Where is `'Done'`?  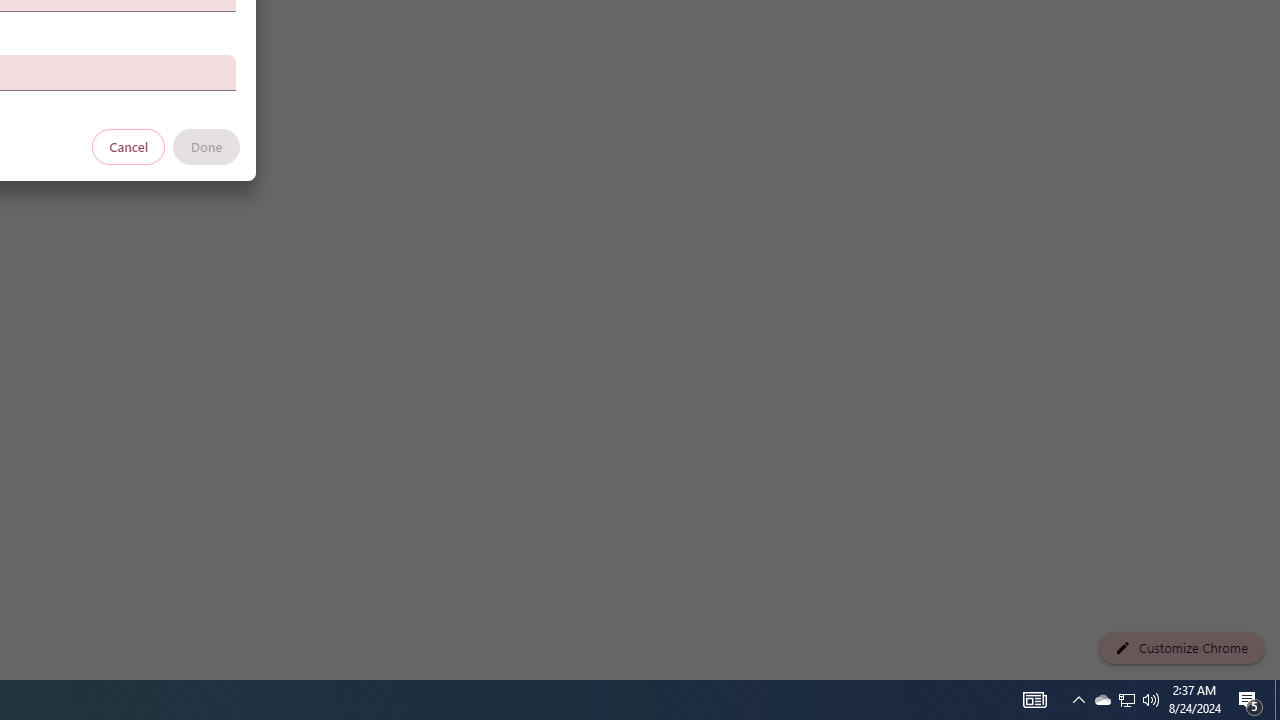
'Done' is located at coordinates (206, 145).